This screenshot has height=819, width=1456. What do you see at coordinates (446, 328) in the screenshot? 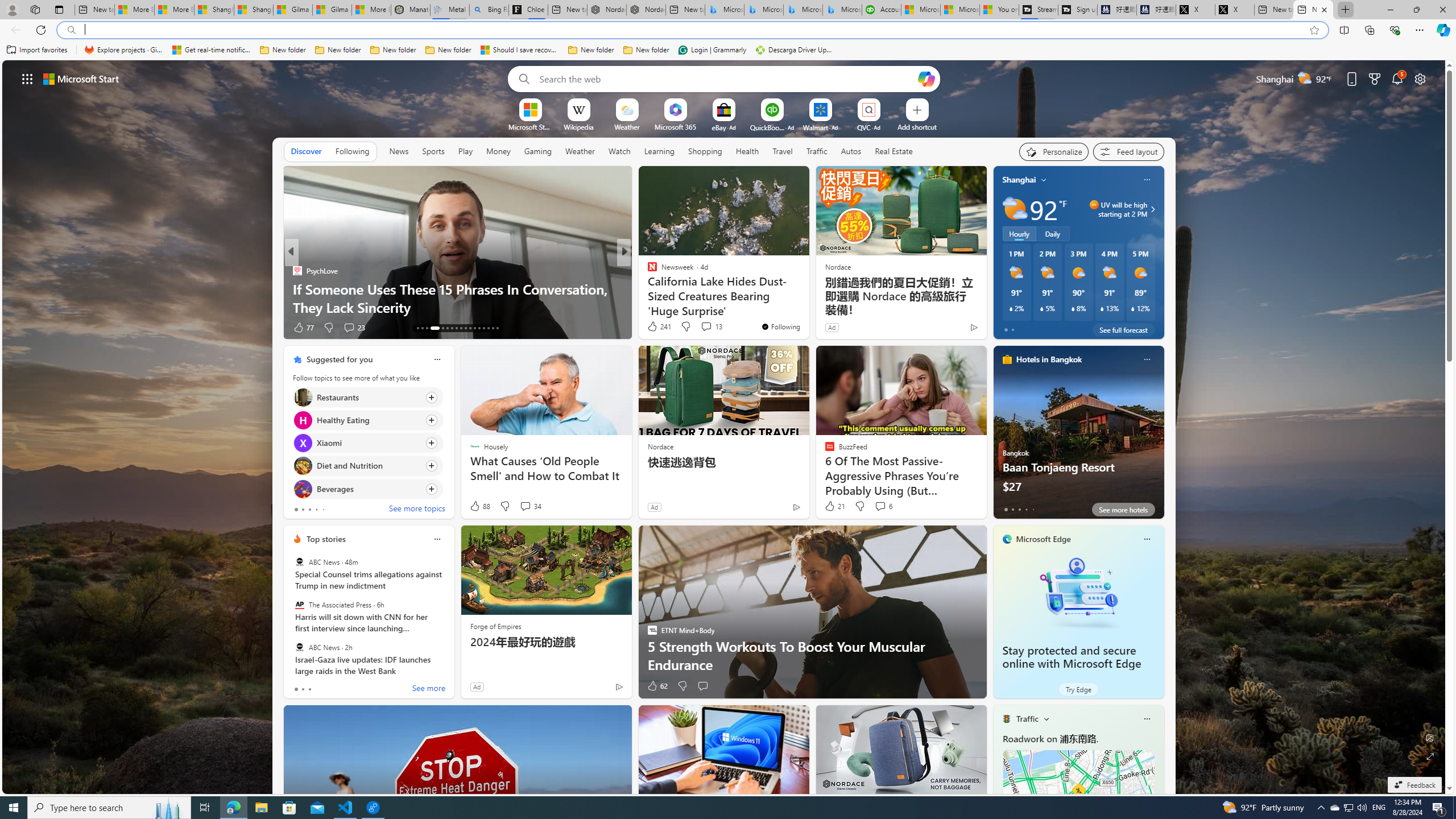
I see `'AutomationID: tab-18'` at bounding box center [446, 328].